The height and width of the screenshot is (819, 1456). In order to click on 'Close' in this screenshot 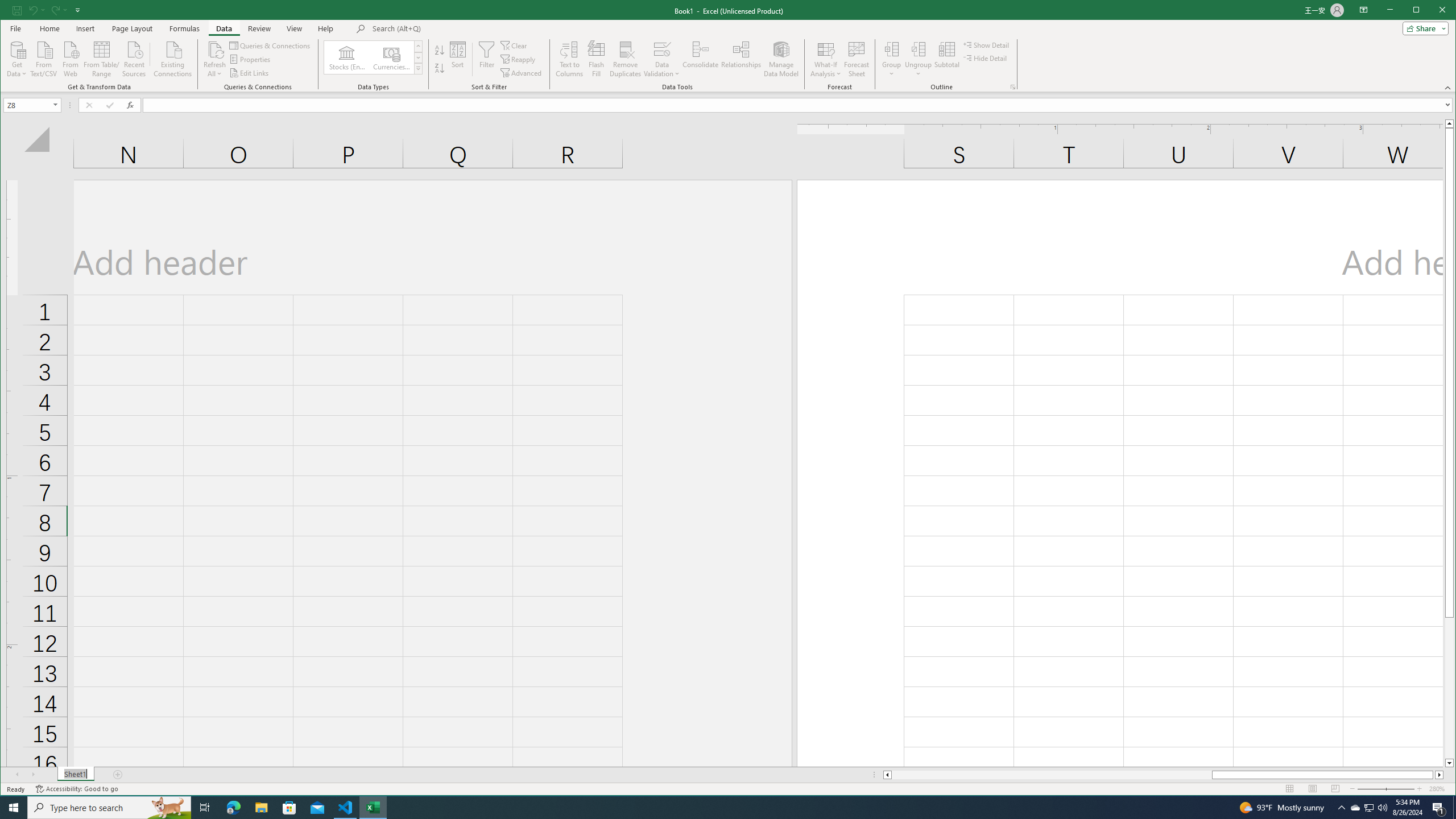, I will do `click(1444, 11)`.